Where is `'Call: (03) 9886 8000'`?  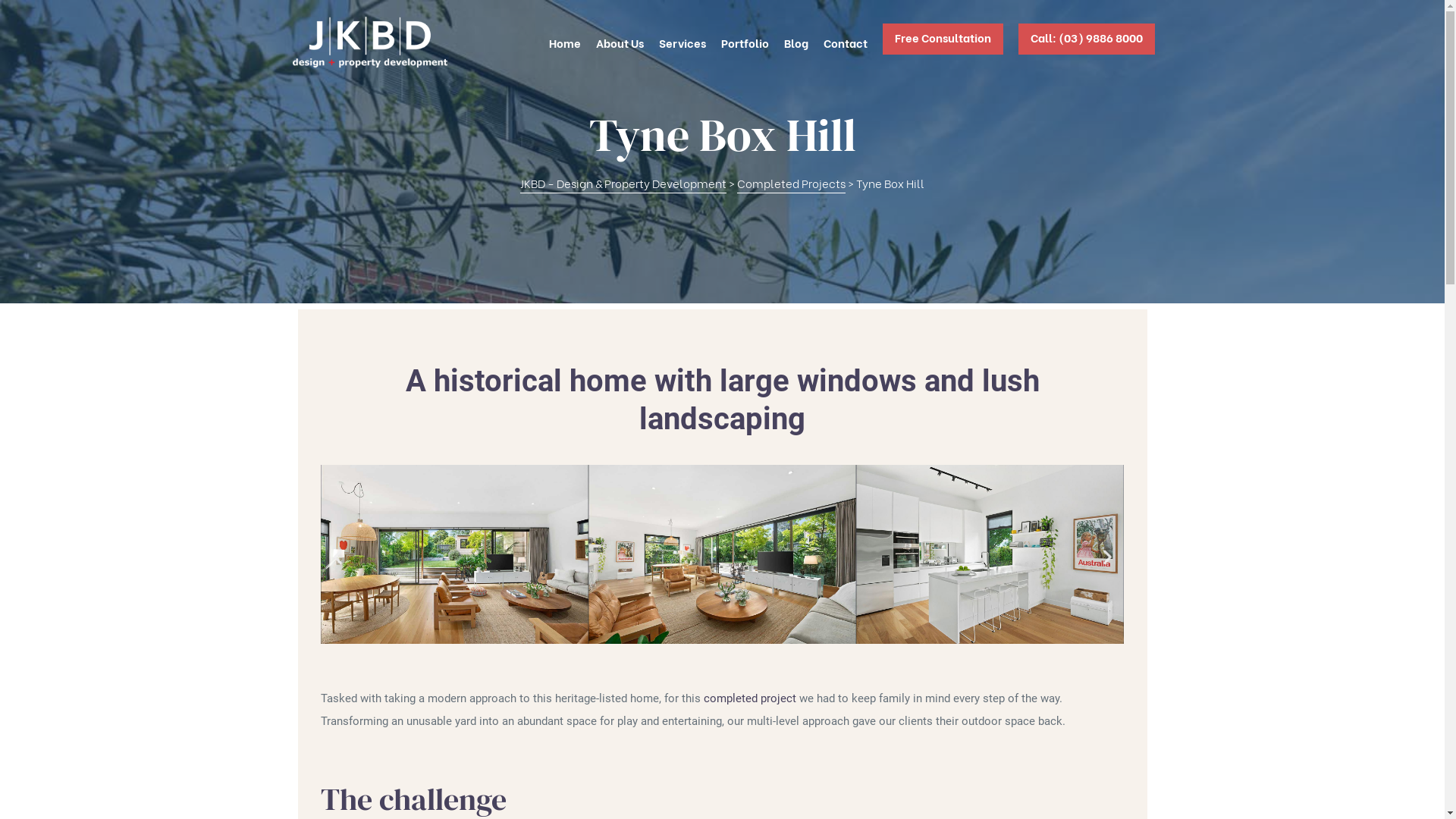
'Call: (03) 9886 8000' is located at coordinates (1084, 42).